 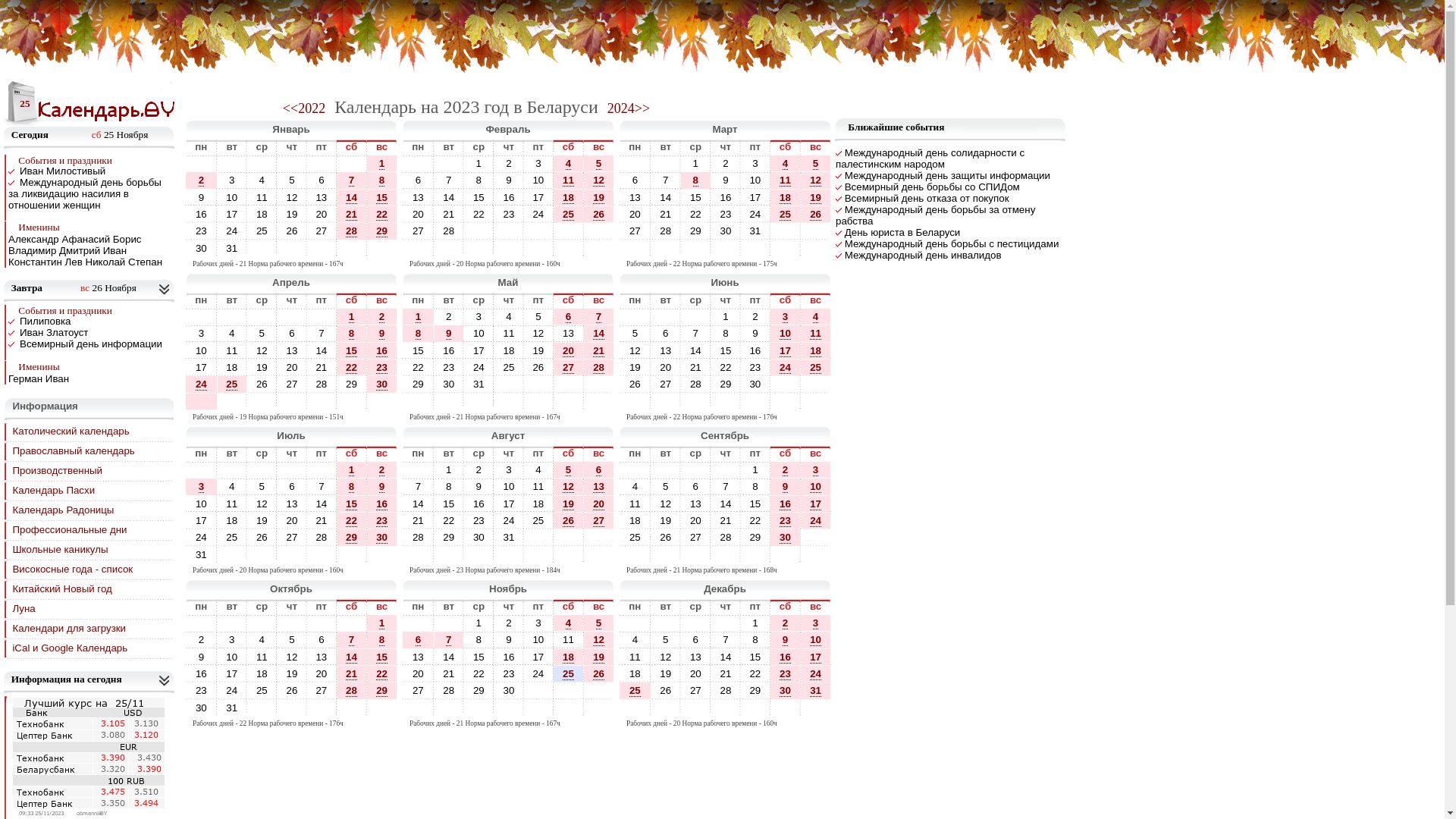 What do you see at coordinates (598, 214) in the screenshot?
I see `'26'` at bounding box center [598, 214].